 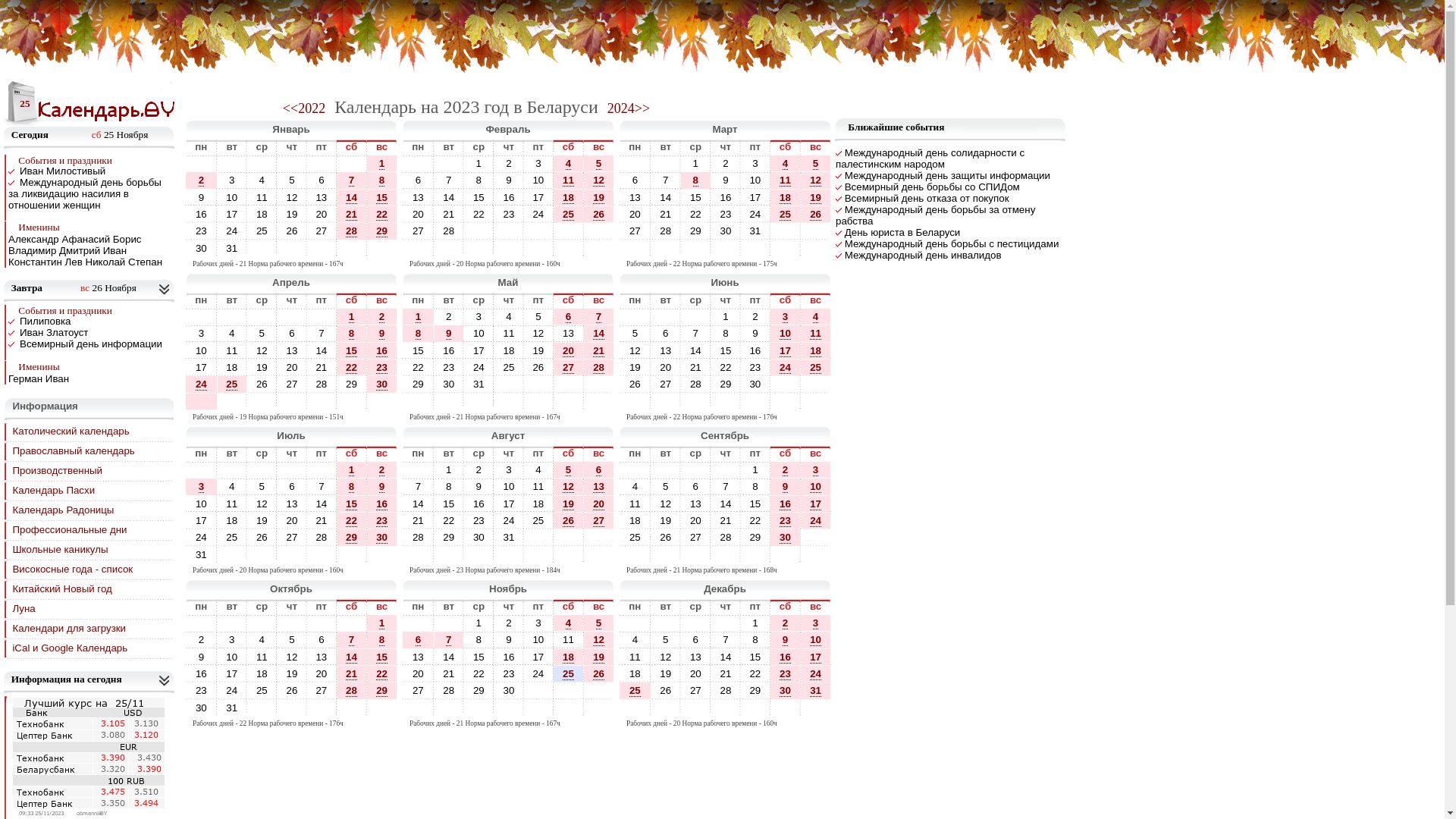 What do you see at coordinates (598, 214) in the screenshot?
I see `'26'` at bounding box center [598, 214].